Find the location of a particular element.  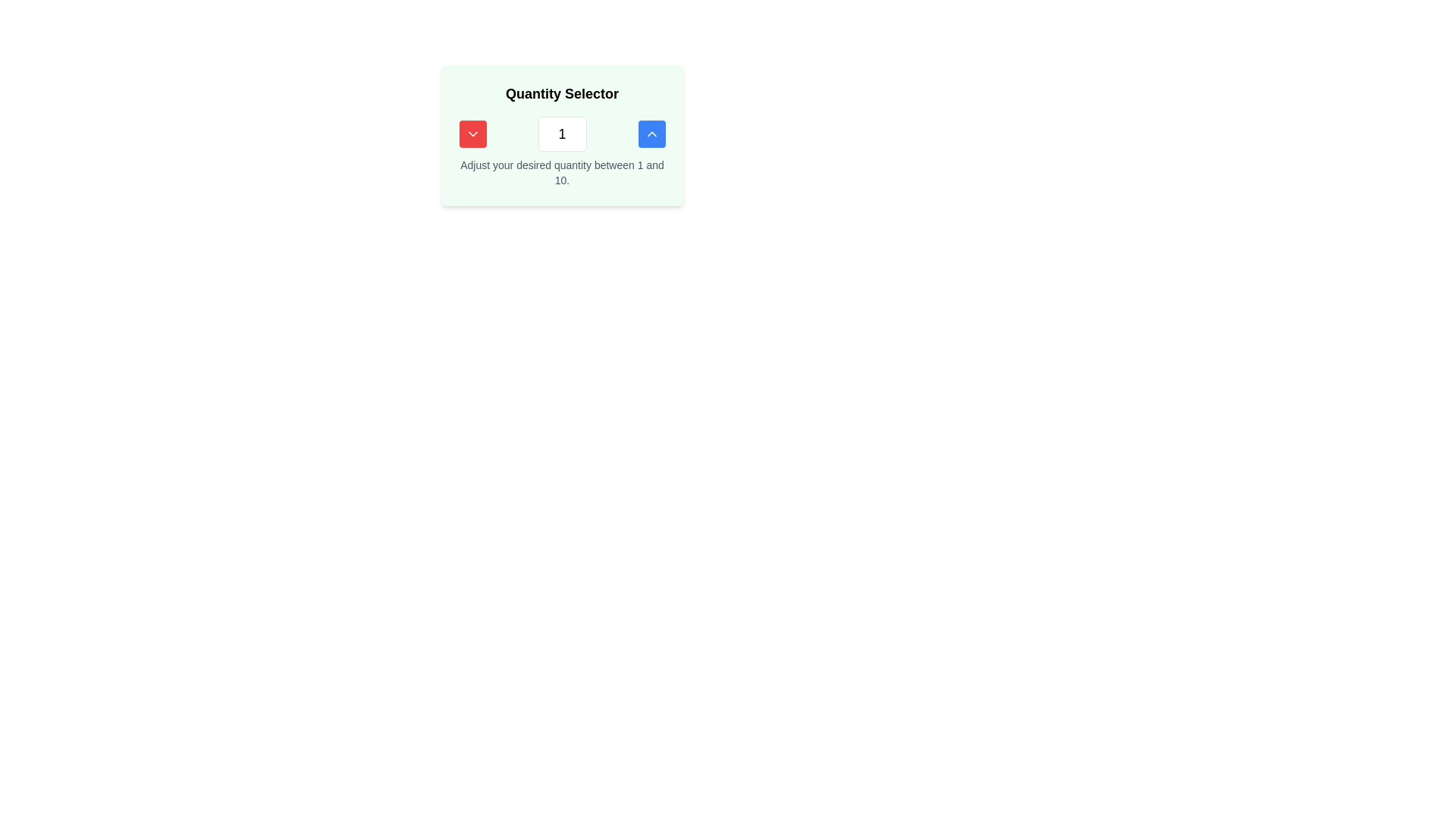

the button for decreasing the quantity value in the quantity selection interface is located at coordinates (472, 133).